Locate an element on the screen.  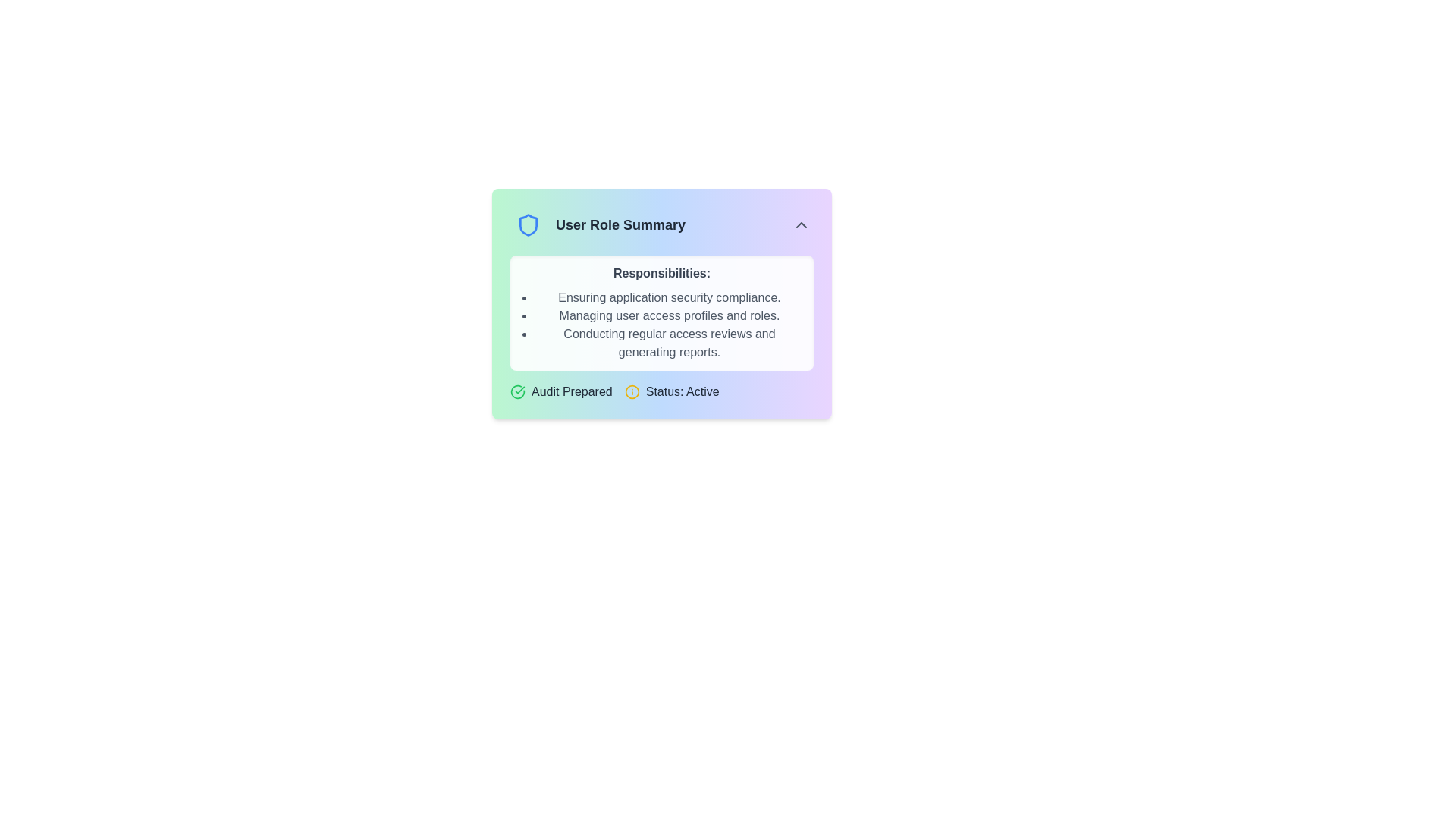
the 'Audit Prepared' green checkmark icon or the 'Status: Active' yellow information icon in the Status display widget for details is located at coordinates (662, 391).